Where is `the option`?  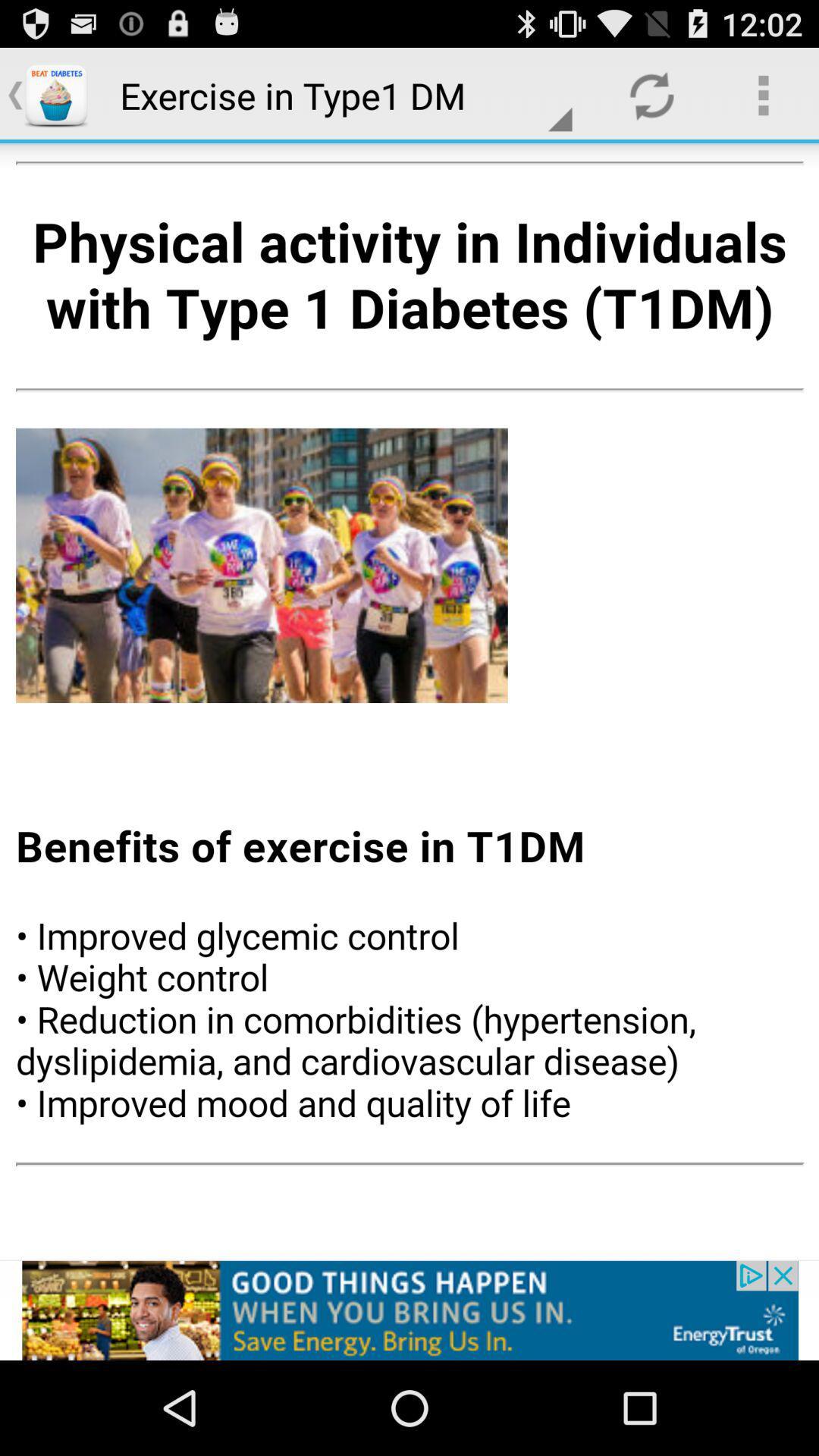
the option is located at coordinates (409, 1310).